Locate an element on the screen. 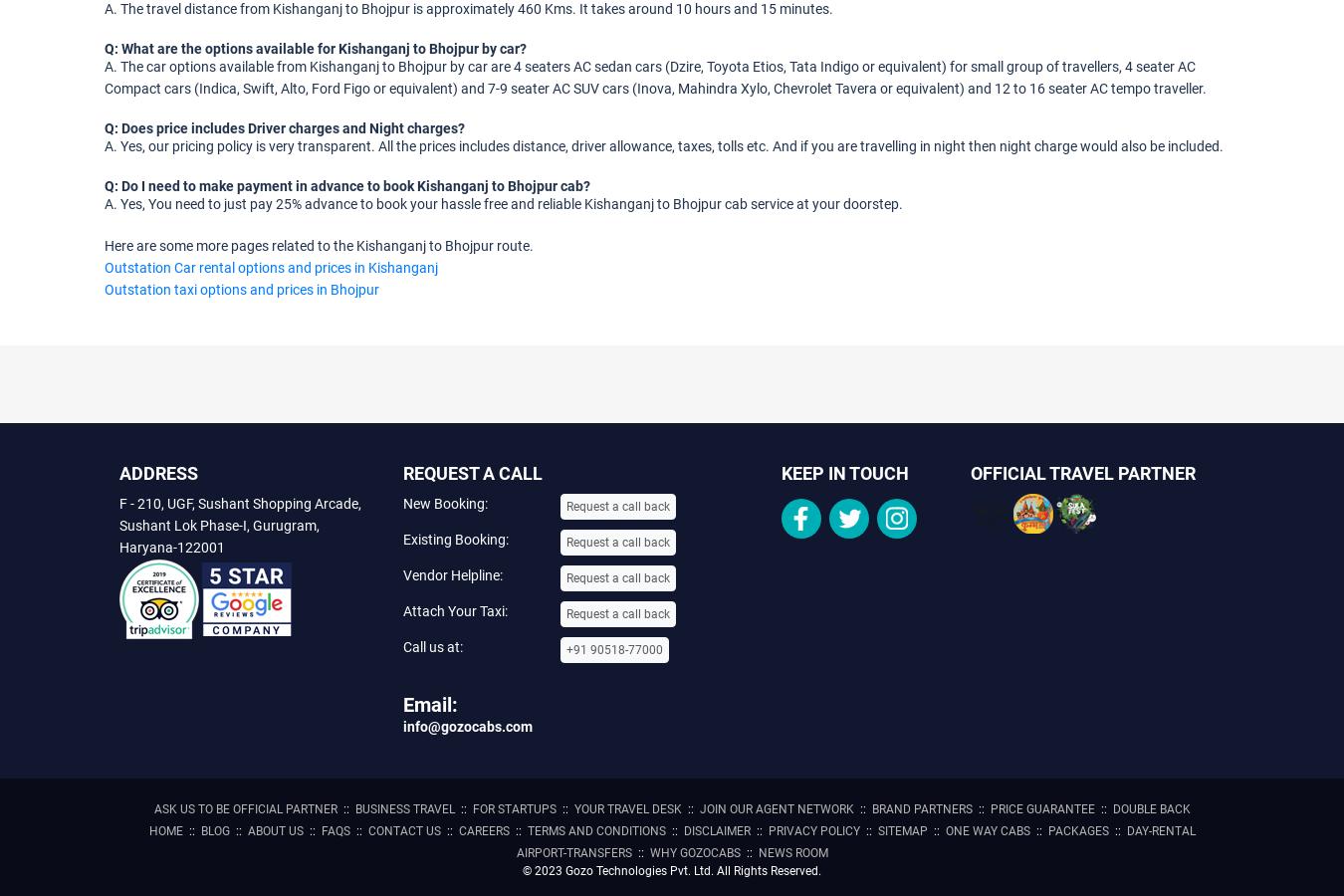  '+91 90518-77000' is located at coordinates (614, 648).